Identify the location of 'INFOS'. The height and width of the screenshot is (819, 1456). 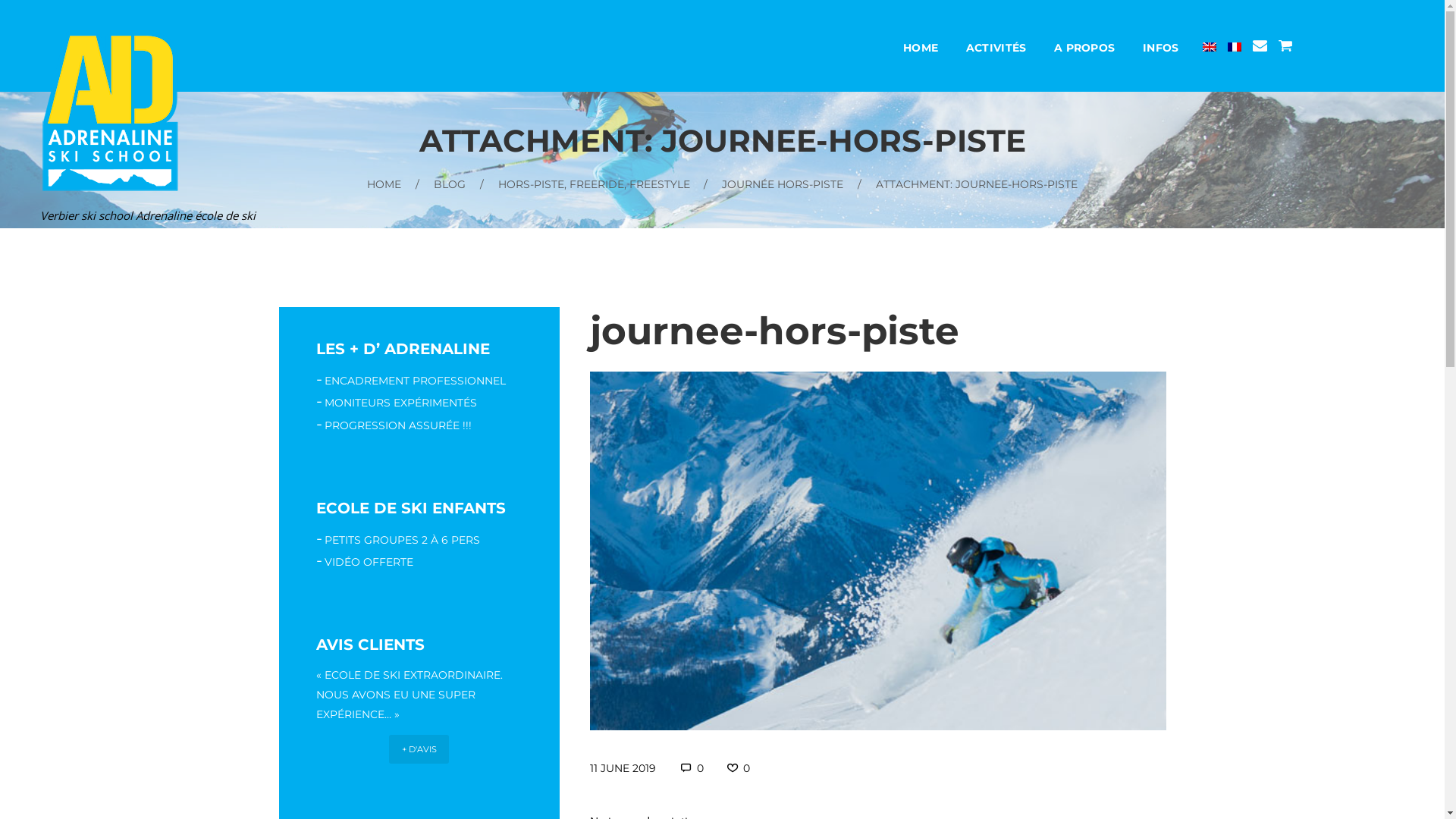
(1160, 49).